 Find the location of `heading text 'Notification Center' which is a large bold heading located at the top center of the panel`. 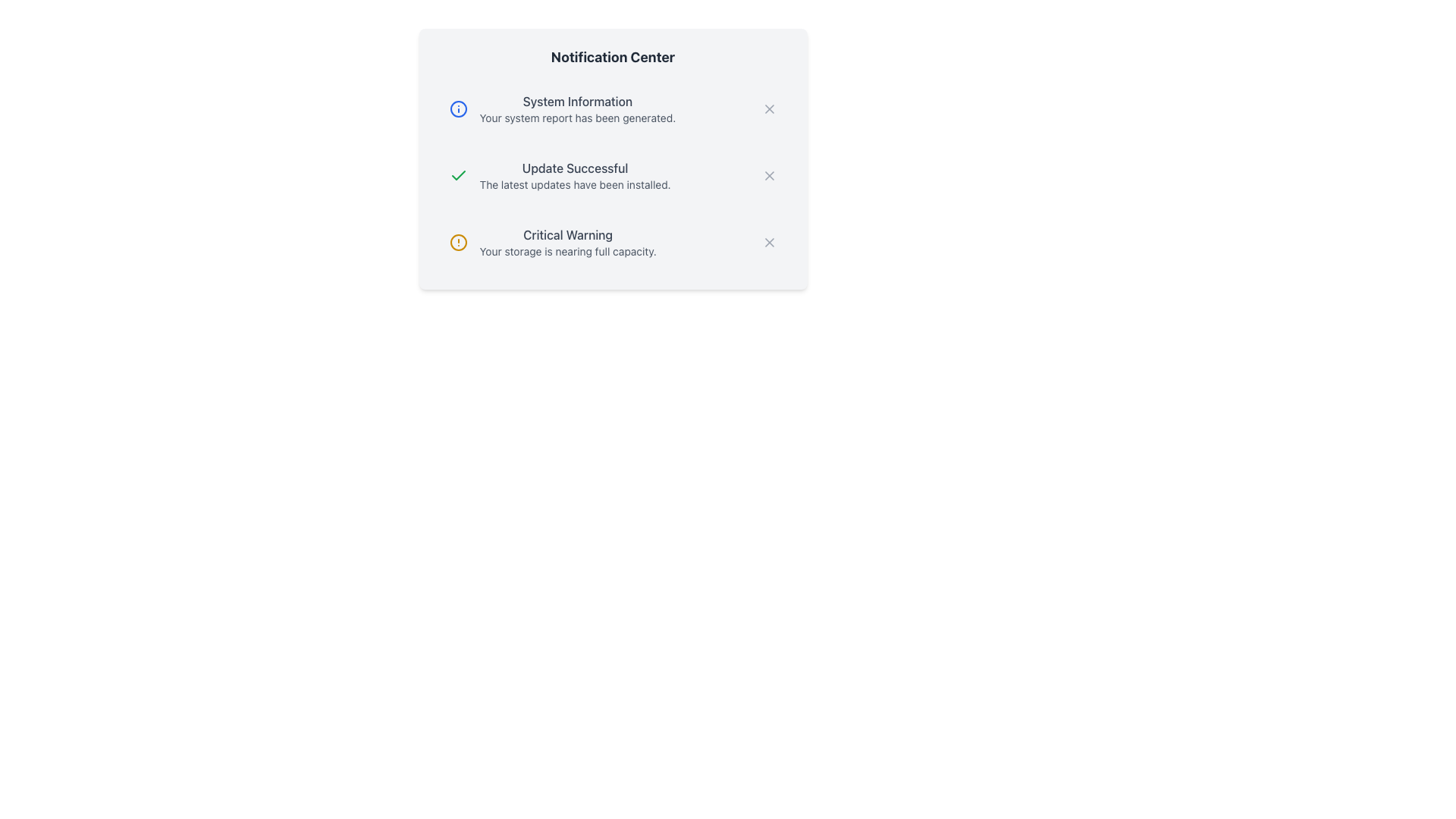

heading text 'Notification Center' which is a large bold heading located at the top center of the panel is located at coordinates (613, 57).